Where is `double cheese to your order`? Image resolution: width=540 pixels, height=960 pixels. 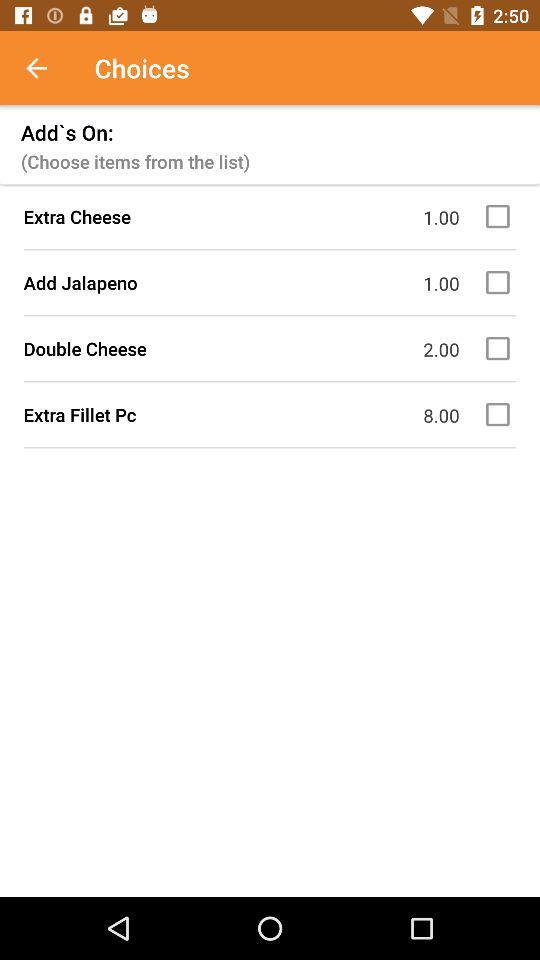 double cheese to your order is located at coordinates (500, 348).